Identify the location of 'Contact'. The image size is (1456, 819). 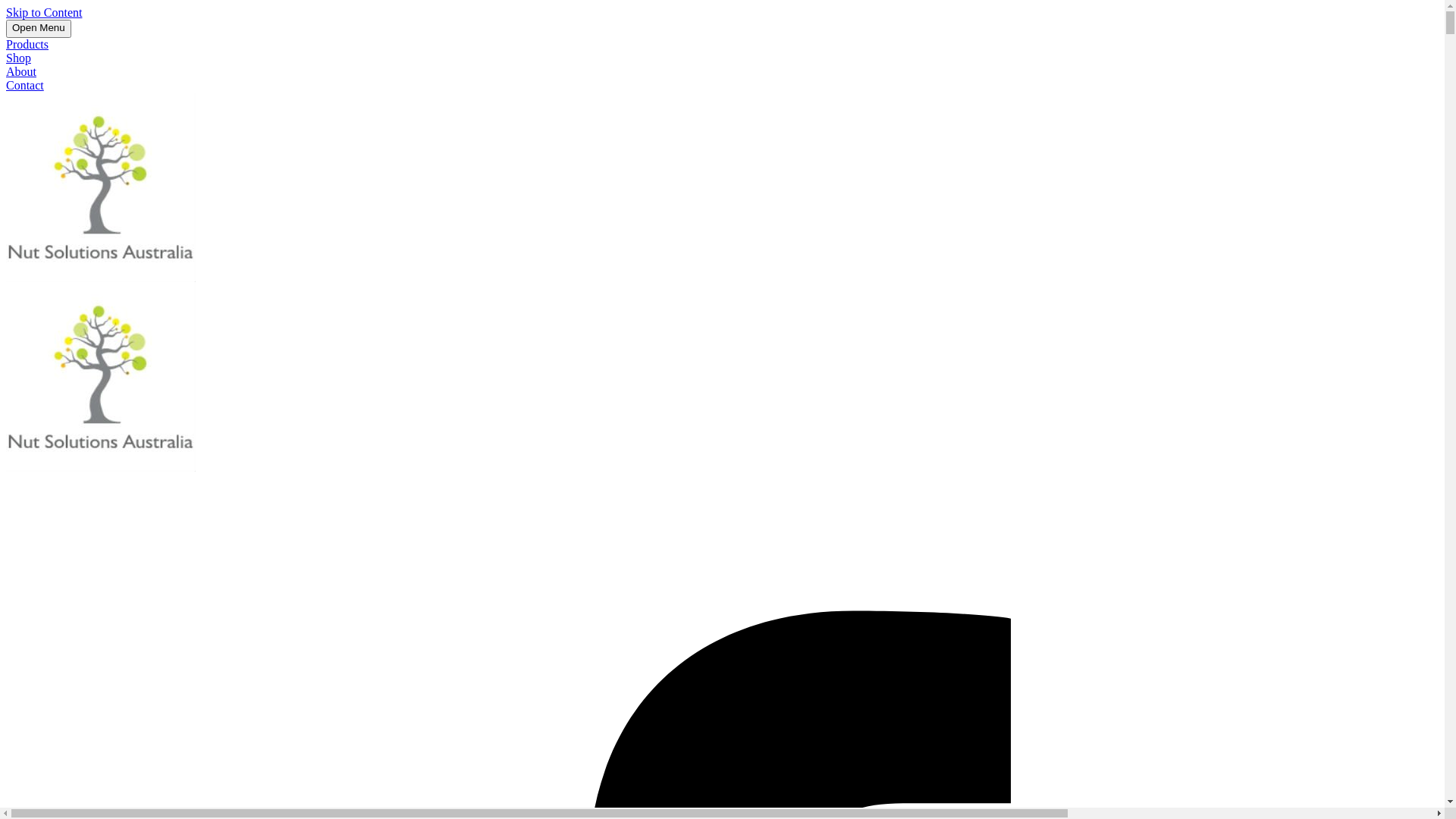
(25, 85).